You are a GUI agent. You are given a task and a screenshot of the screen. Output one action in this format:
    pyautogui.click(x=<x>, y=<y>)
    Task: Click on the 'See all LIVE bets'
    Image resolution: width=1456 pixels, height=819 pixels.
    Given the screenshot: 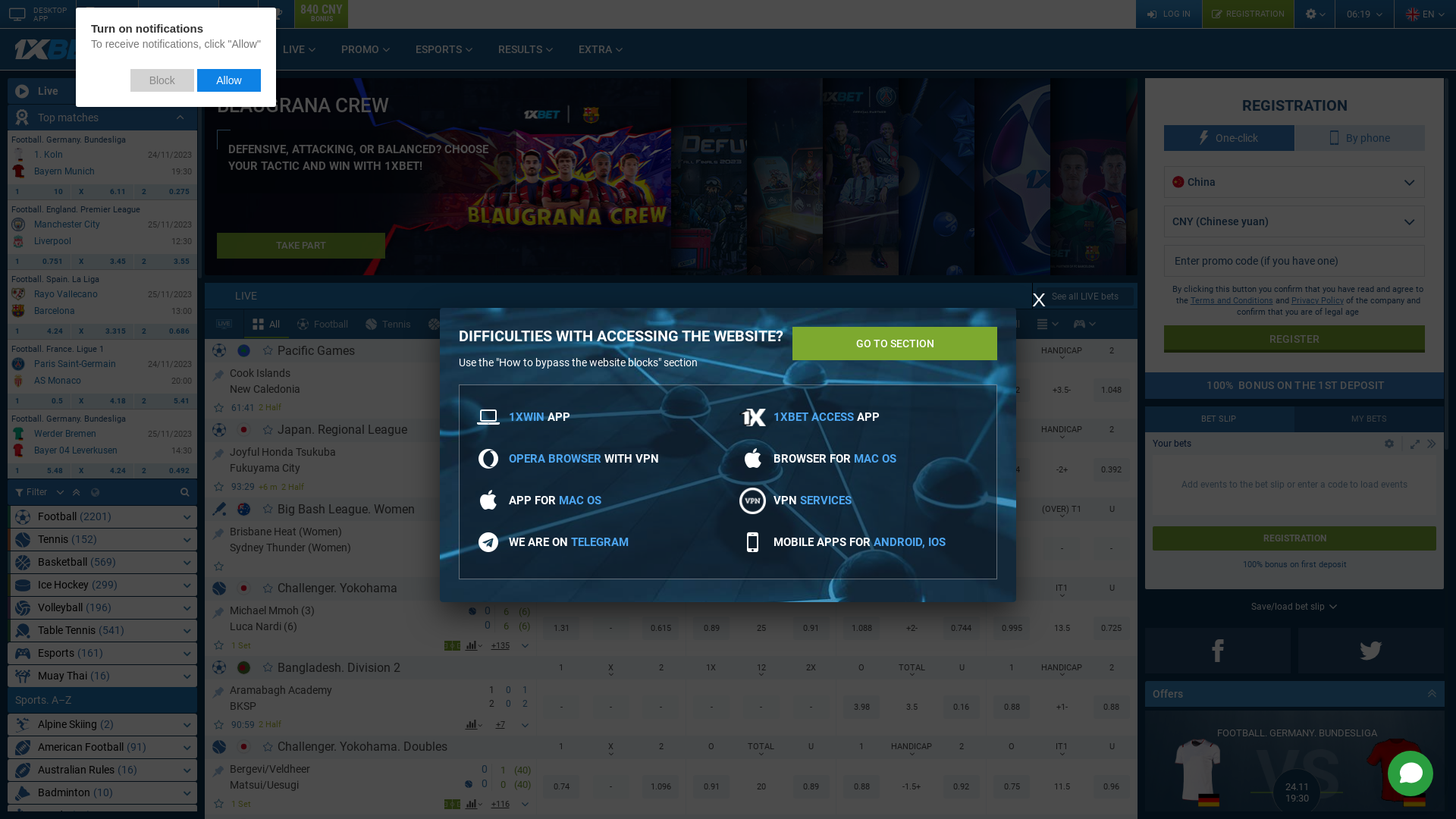 What is the action you would take?
    pyautogui.click(x=1084, y=296)
    